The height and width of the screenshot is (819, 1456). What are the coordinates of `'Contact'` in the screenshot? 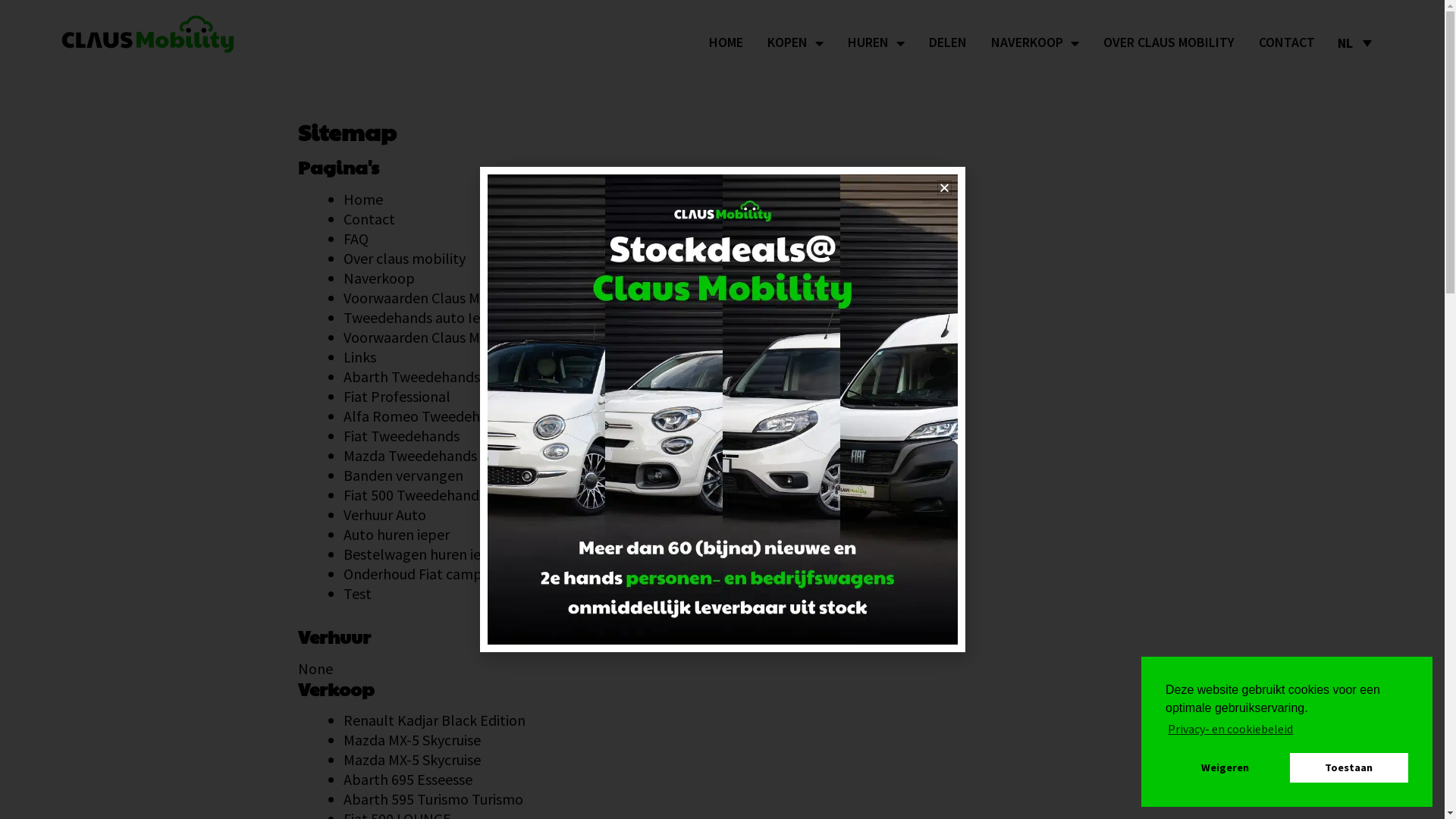 It's located at (368, 218).